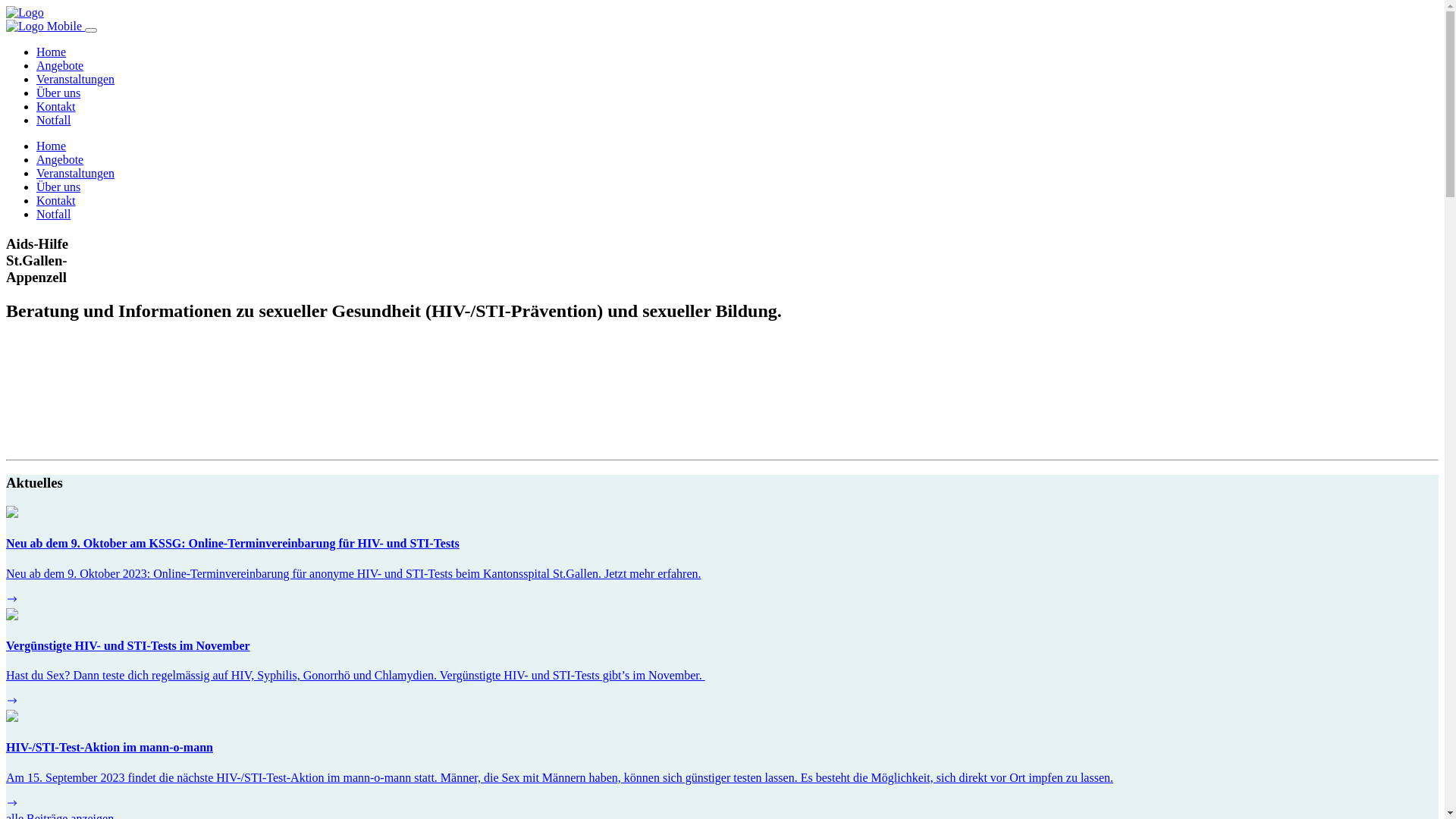 This screenshot has width=1456, height=819. I want to click on 'Veranstaltungen', so click(74, 172).